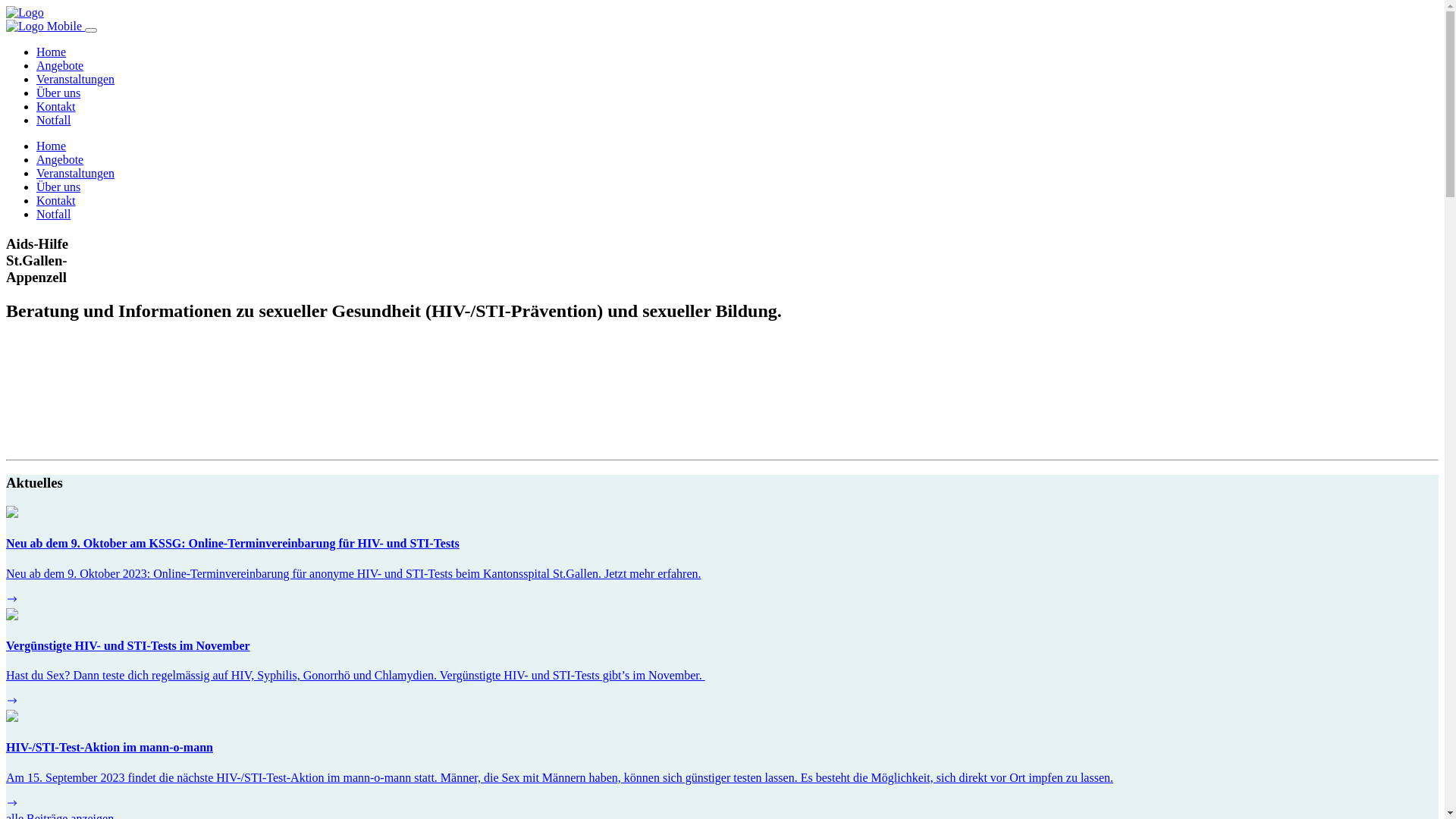 This screenshot has width=1456, height=819. I want to click on 'Veranstaltungen', so click(74, 172).